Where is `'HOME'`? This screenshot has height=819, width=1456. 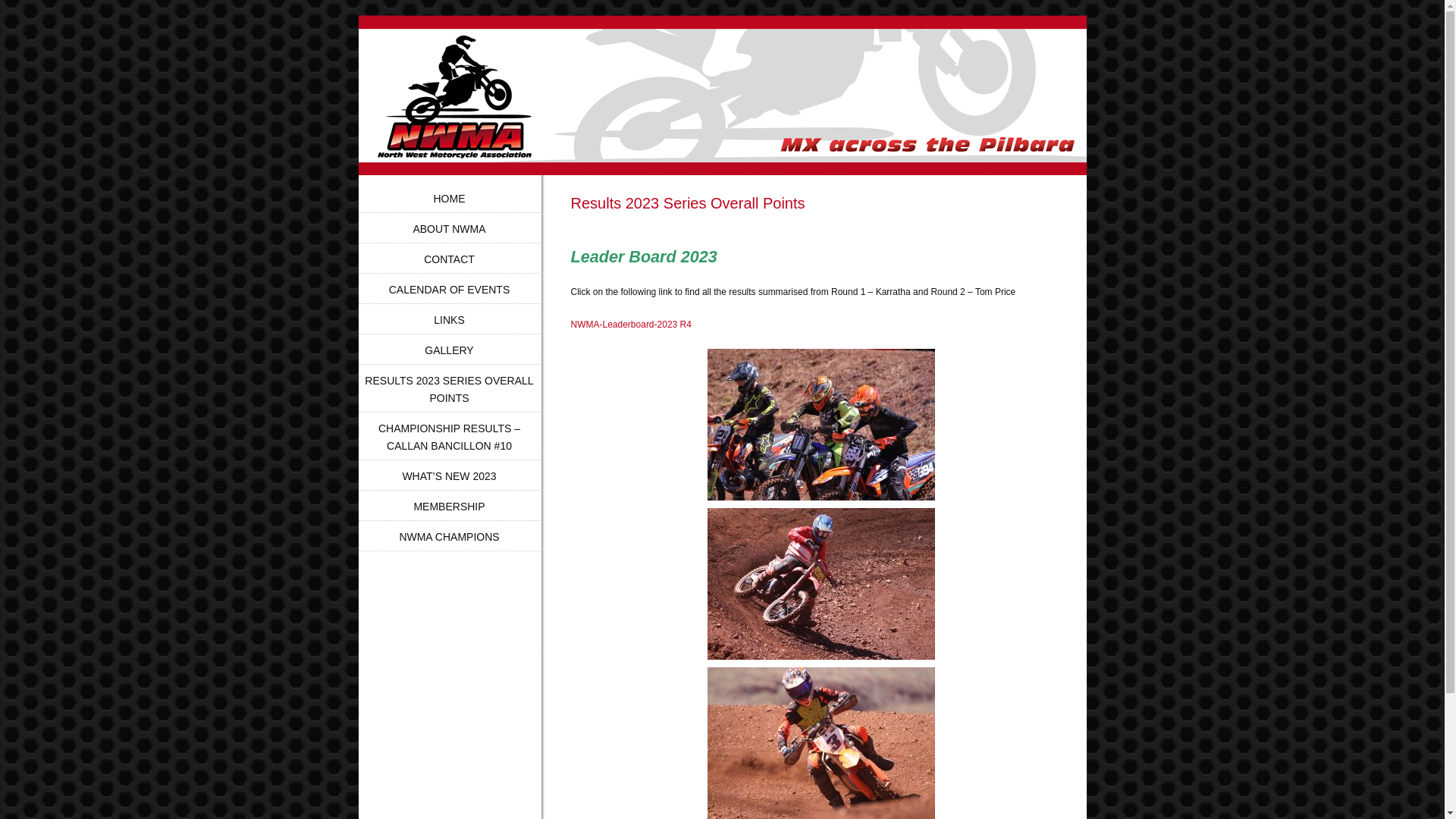 'HOME' is located at coordinates (449, 198).